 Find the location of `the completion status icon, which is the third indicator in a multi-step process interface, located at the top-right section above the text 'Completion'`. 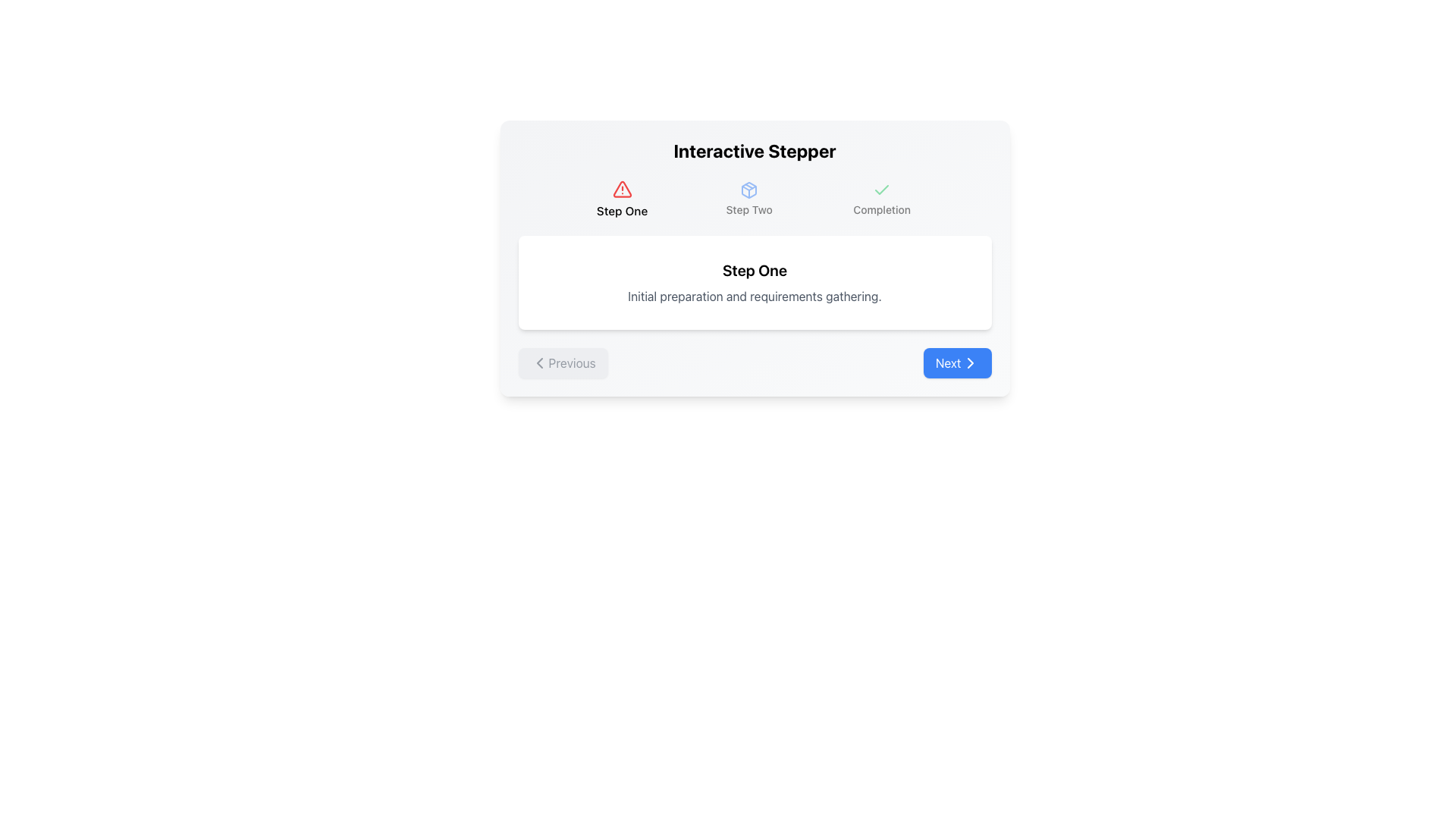

the completion status icon, which is the third indicator in a multi-step process interface, located at the top-right section above the text 'Completion' is located at coordinates (882, 189).